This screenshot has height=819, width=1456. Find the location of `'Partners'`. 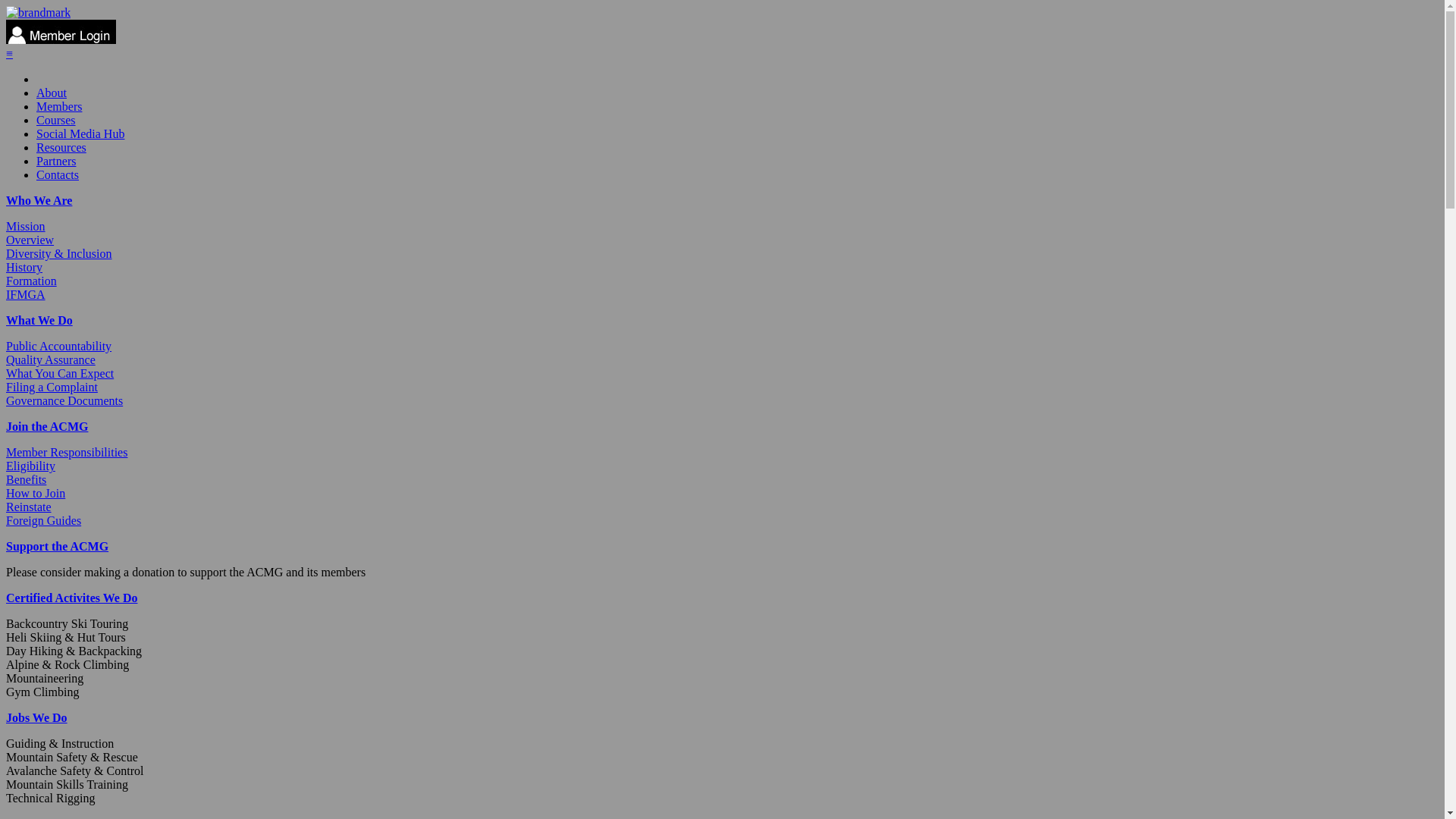

'Partners' is located at coordinates (55, 161).